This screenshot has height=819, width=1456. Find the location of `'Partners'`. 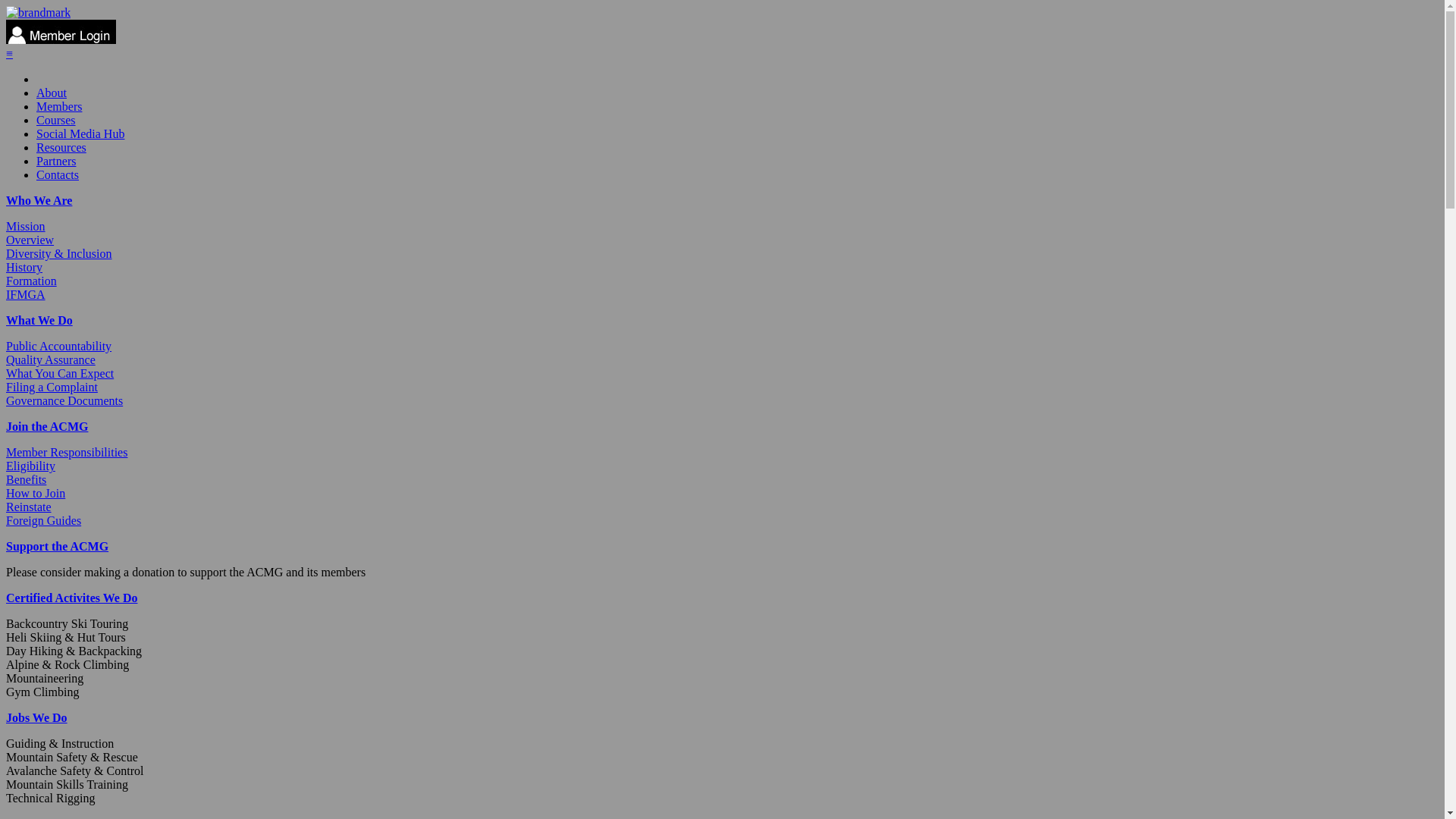

'Partners' is located at coordinates (55, 161).